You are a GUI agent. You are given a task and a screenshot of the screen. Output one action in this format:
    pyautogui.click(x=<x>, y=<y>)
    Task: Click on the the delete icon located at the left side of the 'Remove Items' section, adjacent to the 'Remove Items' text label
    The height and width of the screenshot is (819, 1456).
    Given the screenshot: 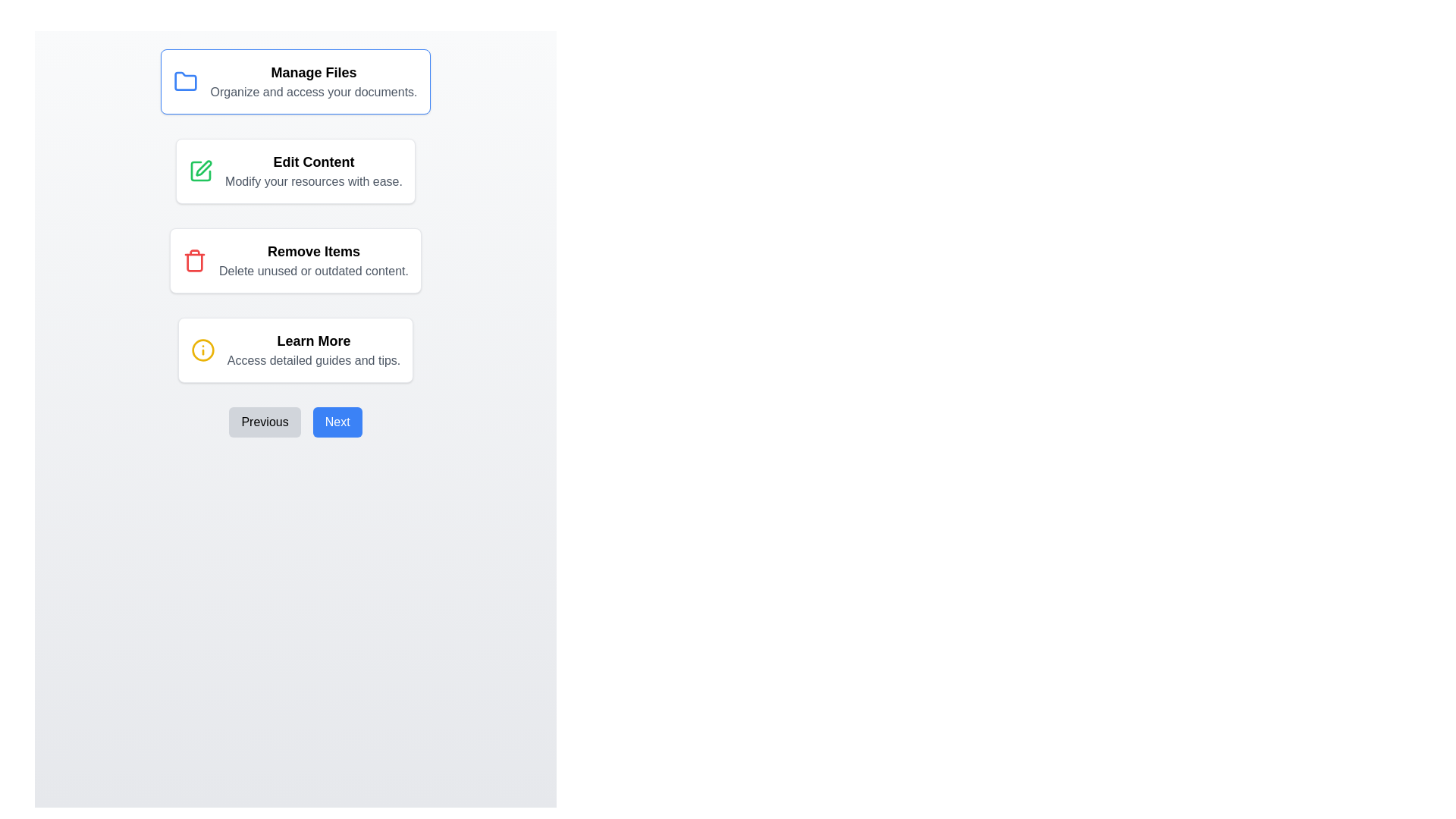 What is the action you would take?
    pyautogui.click(x=194, y=259)
    